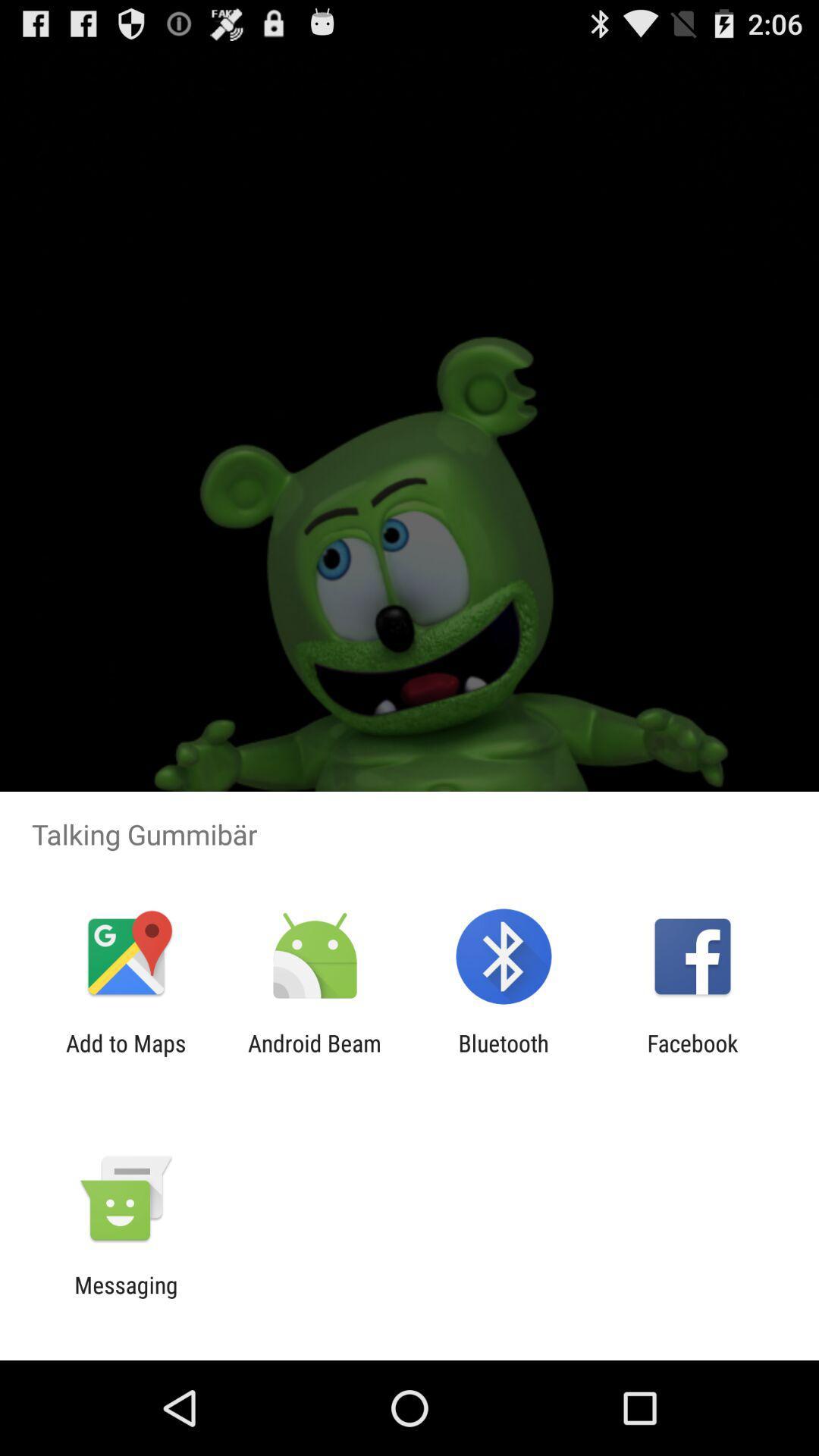 This screenshot has height=1456, width=819. What do you see at coordinates (692, 1056) in the screenshot?
I see `app next to the bluetooth item` at bounding box center [692, 1056].